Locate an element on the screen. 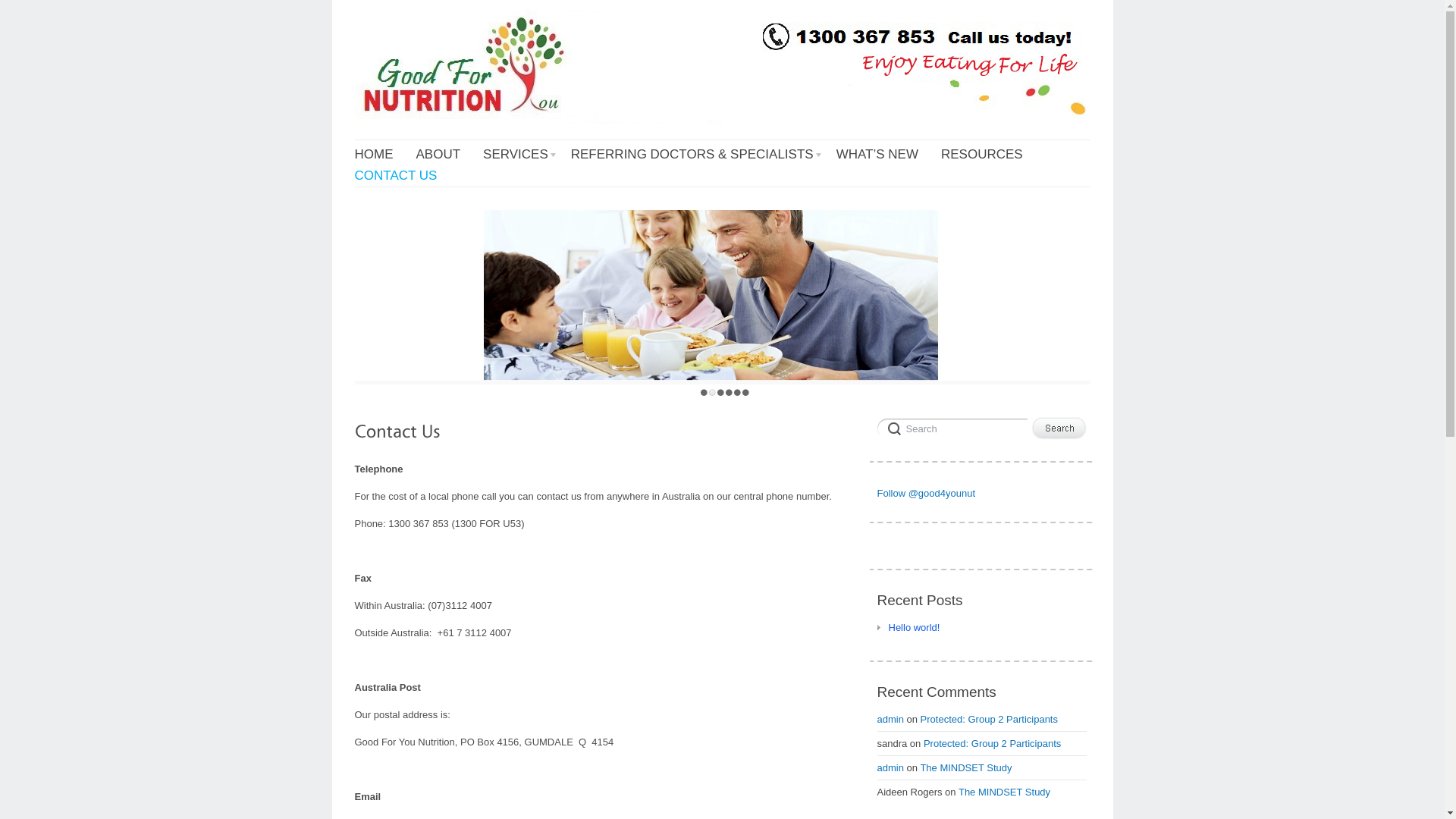 The image size is (1456, 819). 'admin' is located at coordinates (890, 718).